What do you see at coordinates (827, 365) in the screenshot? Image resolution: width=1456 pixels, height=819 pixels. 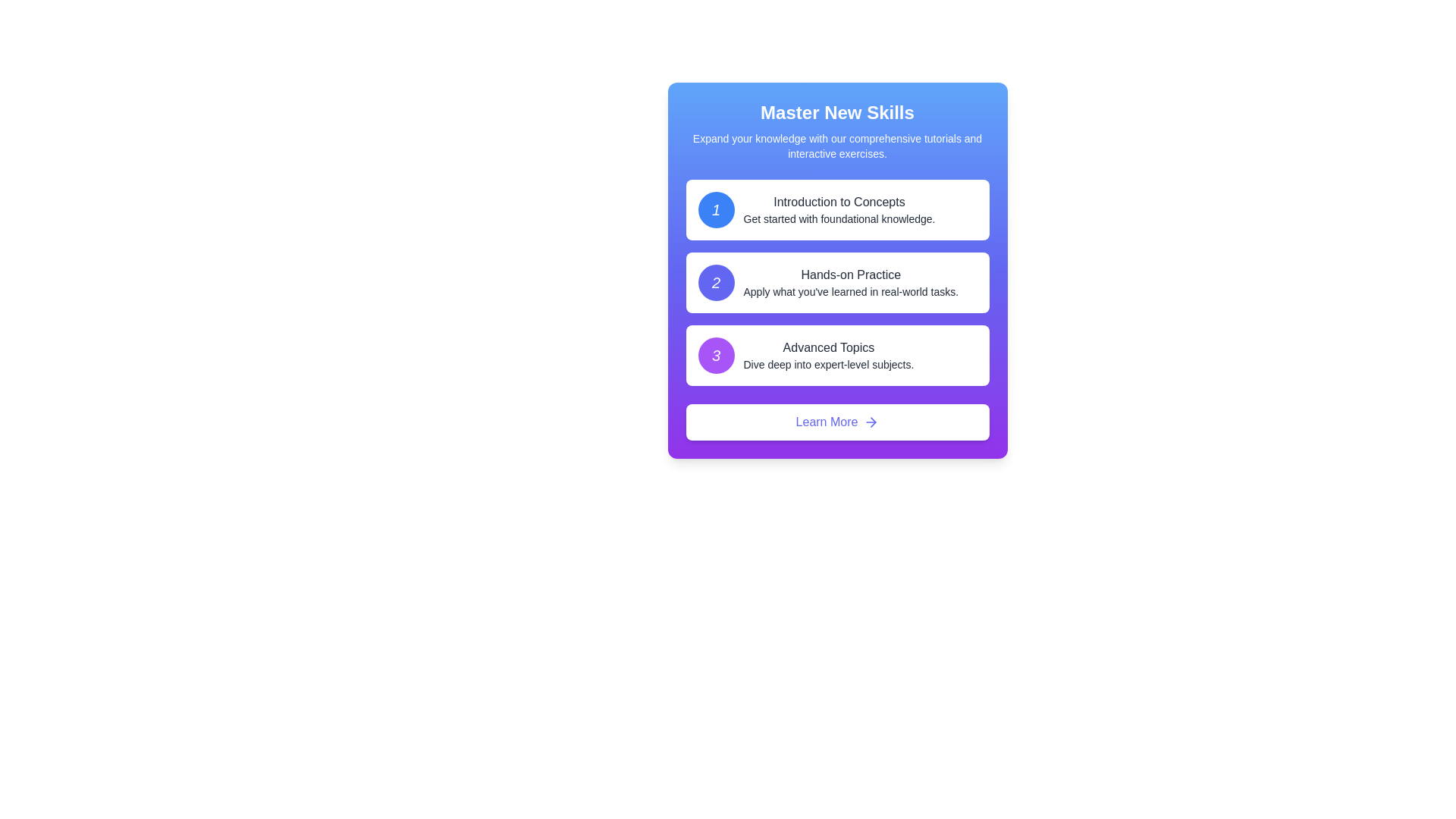 I see `supplementary explanation text label located under the 'Advanced Topics' section in the third box of the stack` at bounding box center [827, 365].